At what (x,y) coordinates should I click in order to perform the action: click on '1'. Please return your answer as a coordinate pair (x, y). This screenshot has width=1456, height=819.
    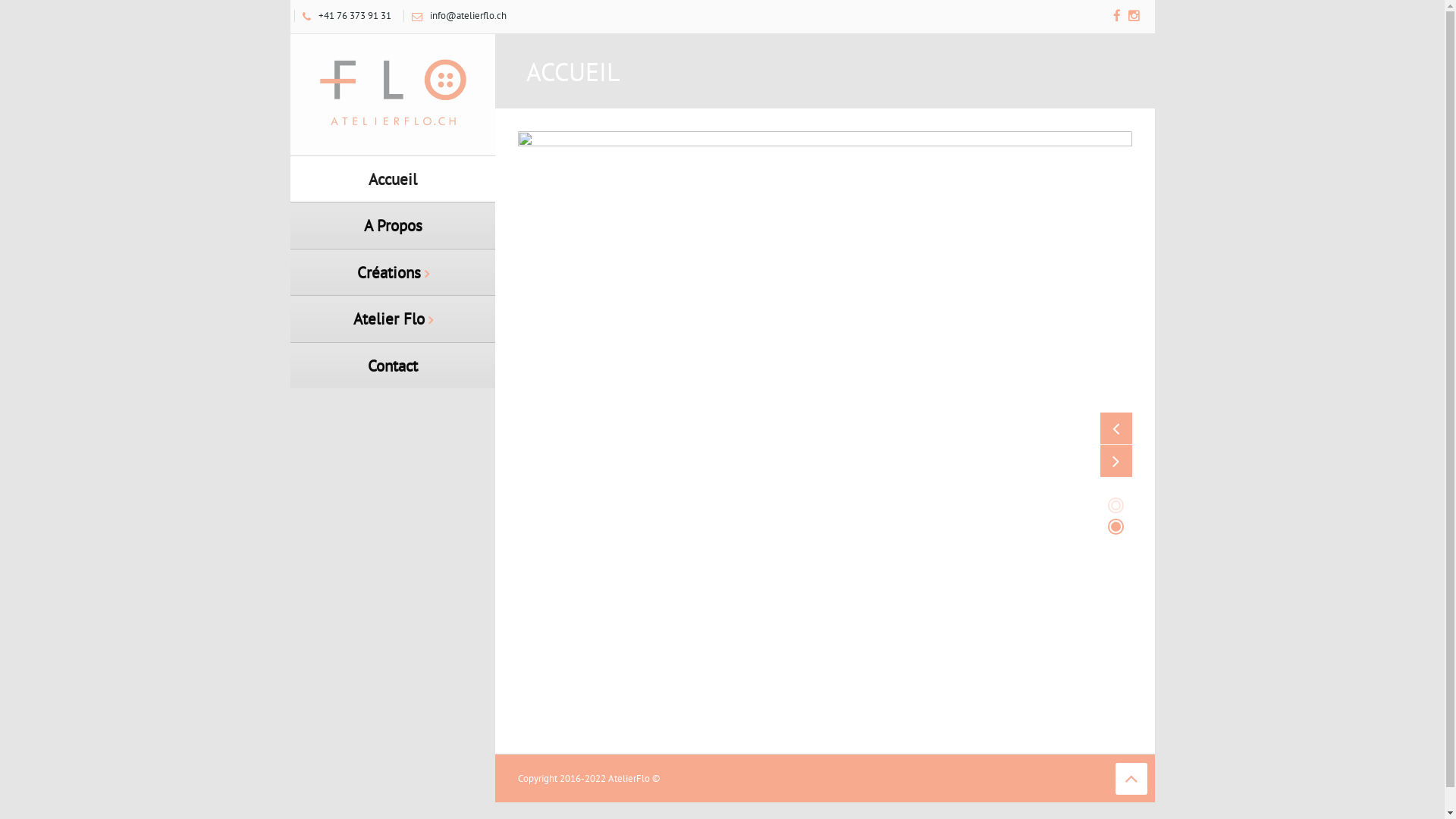
    Looking at the image, I should click on (1115, 505).